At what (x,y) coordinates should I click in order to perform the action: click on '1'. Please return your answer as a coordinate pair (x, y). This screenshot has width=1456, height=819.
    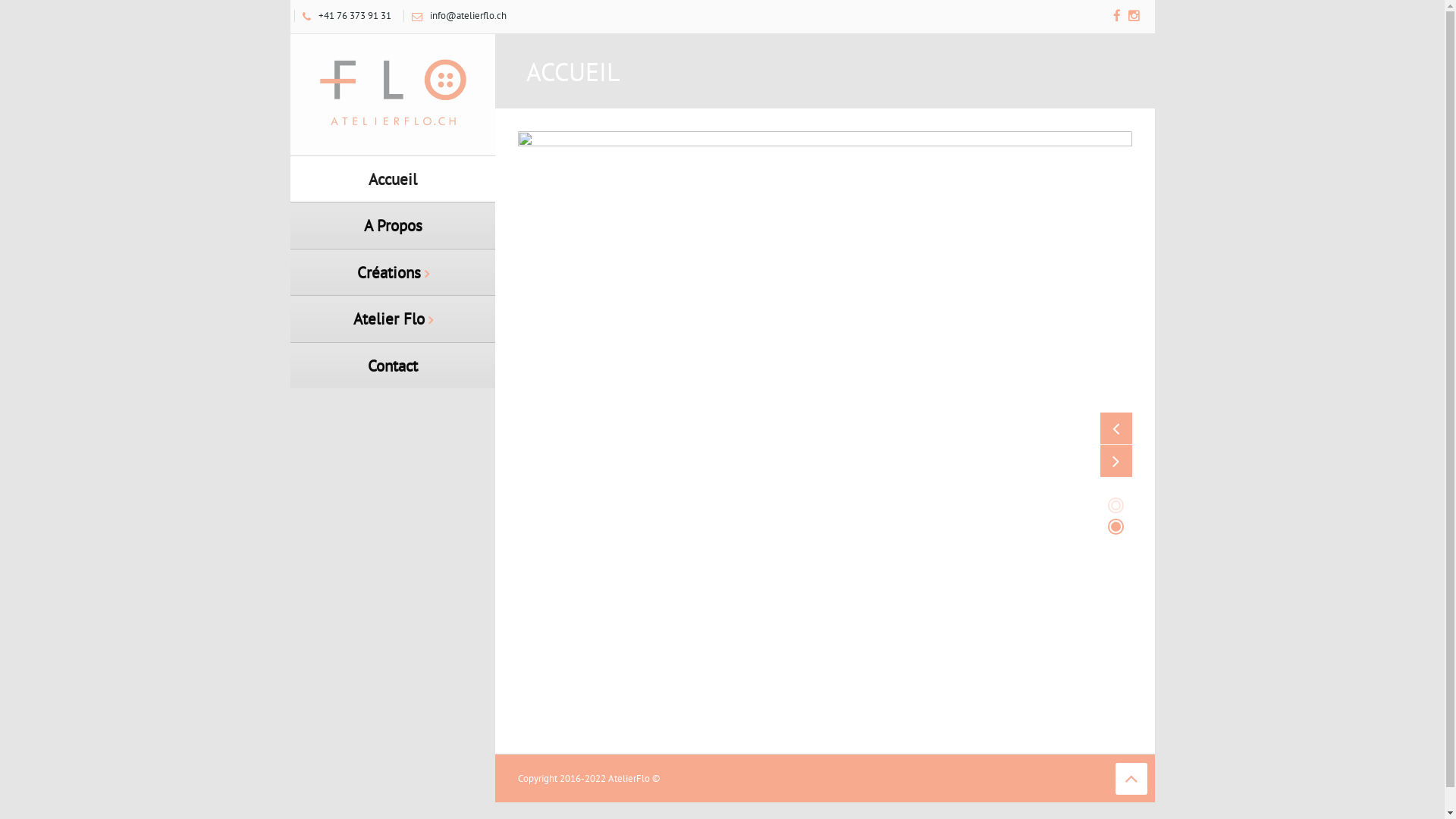
    Looking at the image, I should click on (1115, 505).